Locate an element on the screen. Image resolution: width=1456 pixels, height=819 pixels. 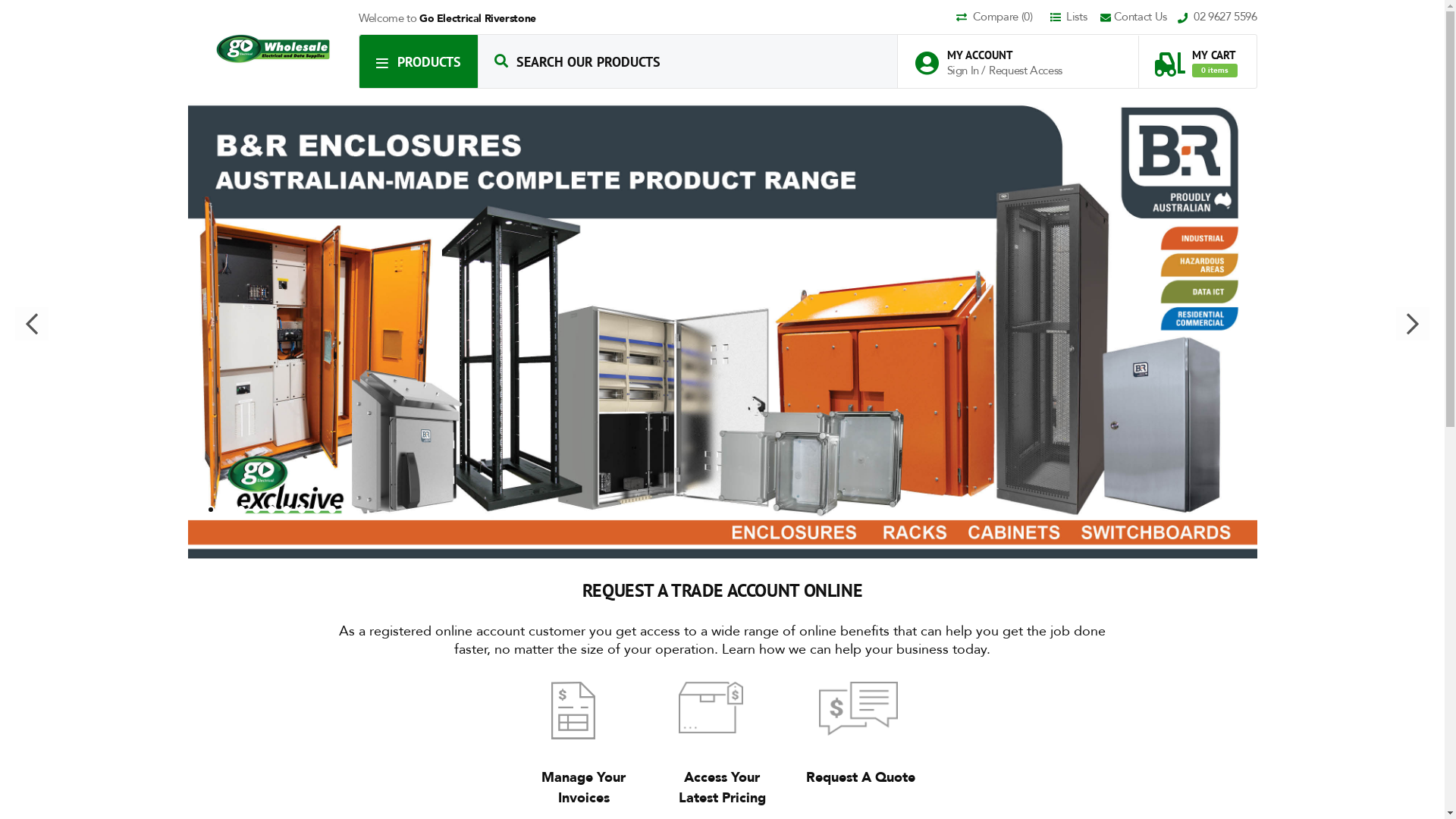
'6' is located at coordinates (270, 509).